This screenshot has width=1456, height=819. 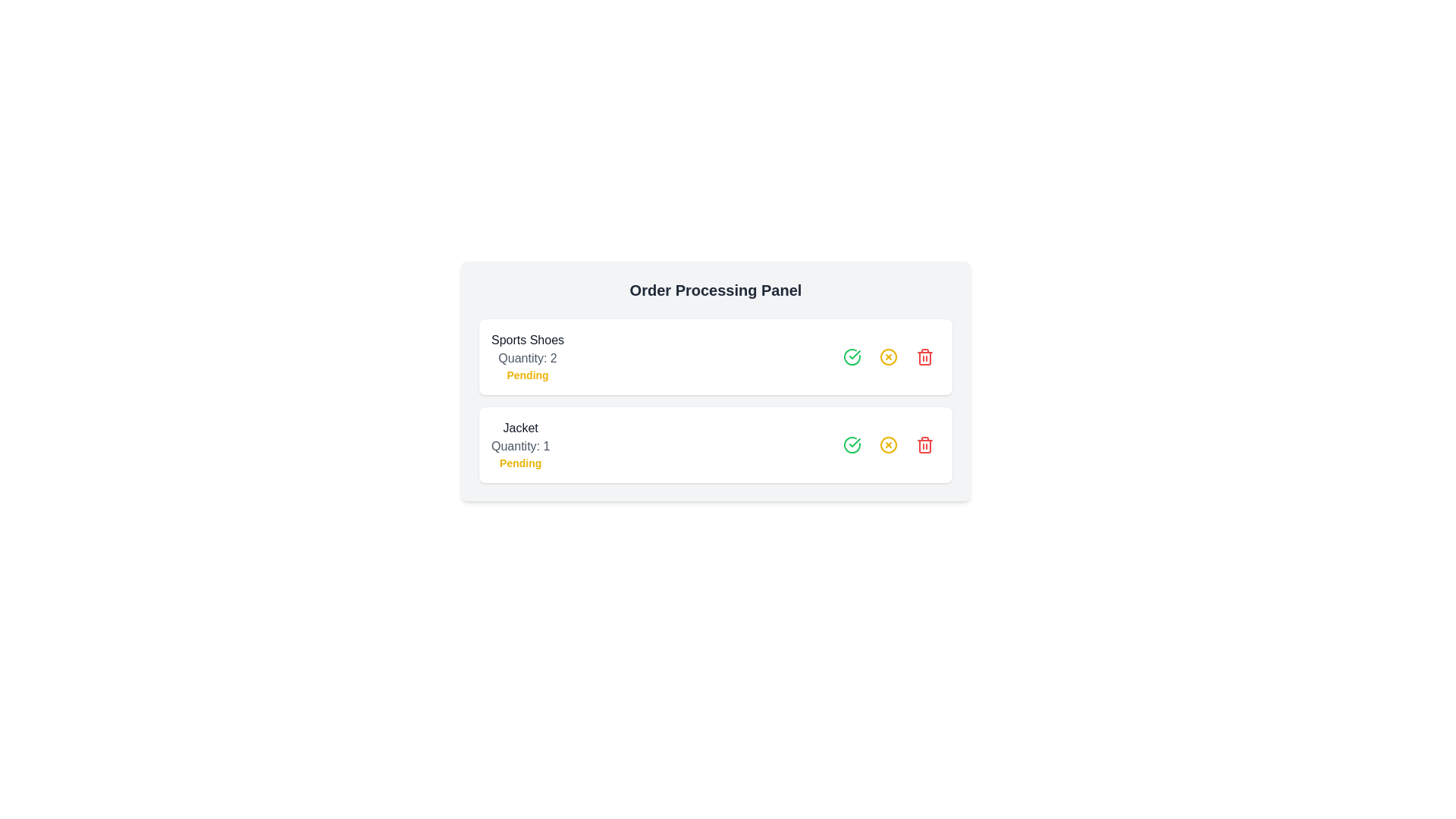 I want to click on the Text Label identifying the product name in the Order Processing Panel, located at the top-left section of the panel, above 'Quantity: 2' and 'Pending', so click(x=528, y=339).